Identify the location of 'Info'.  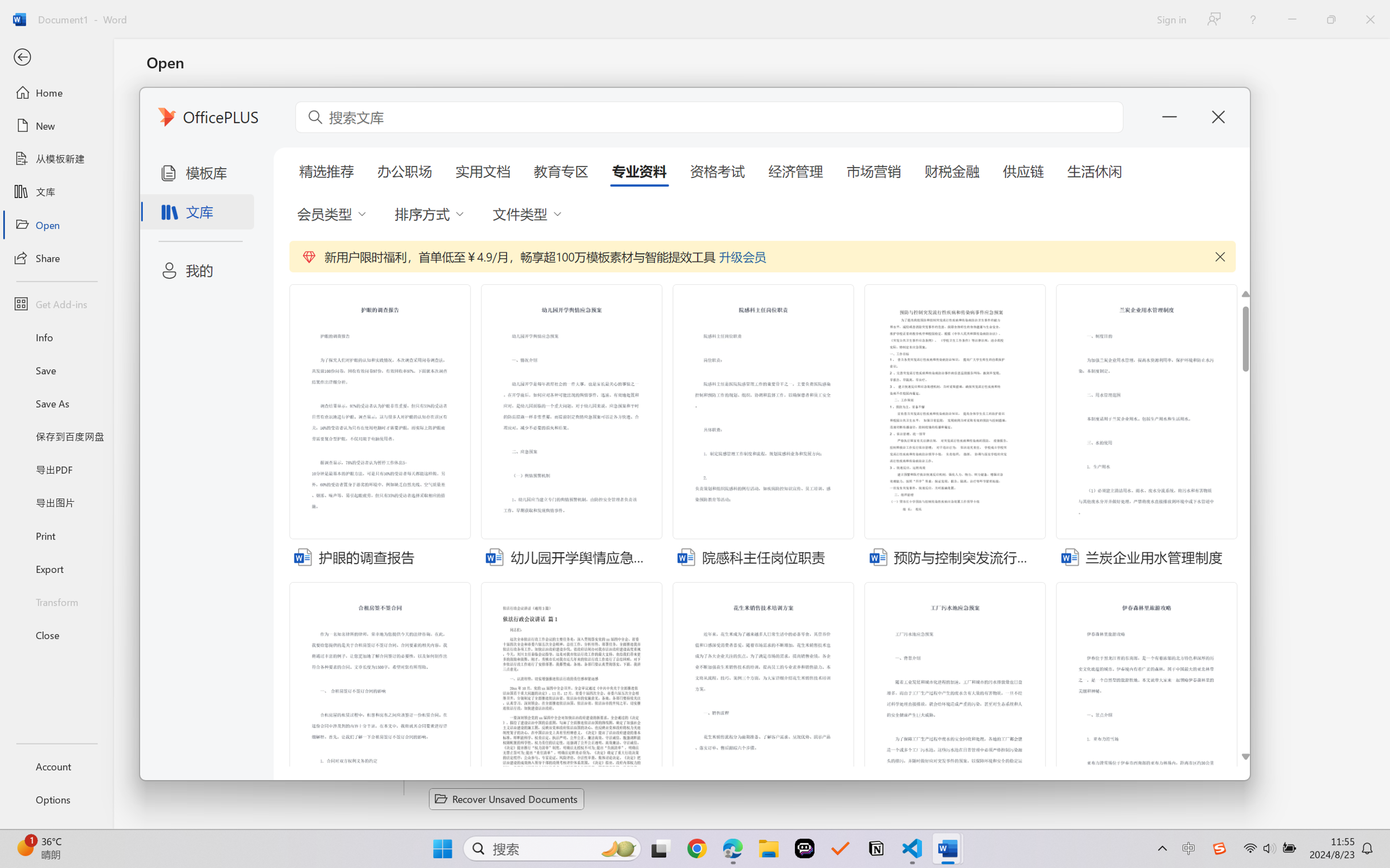
(56, 336).